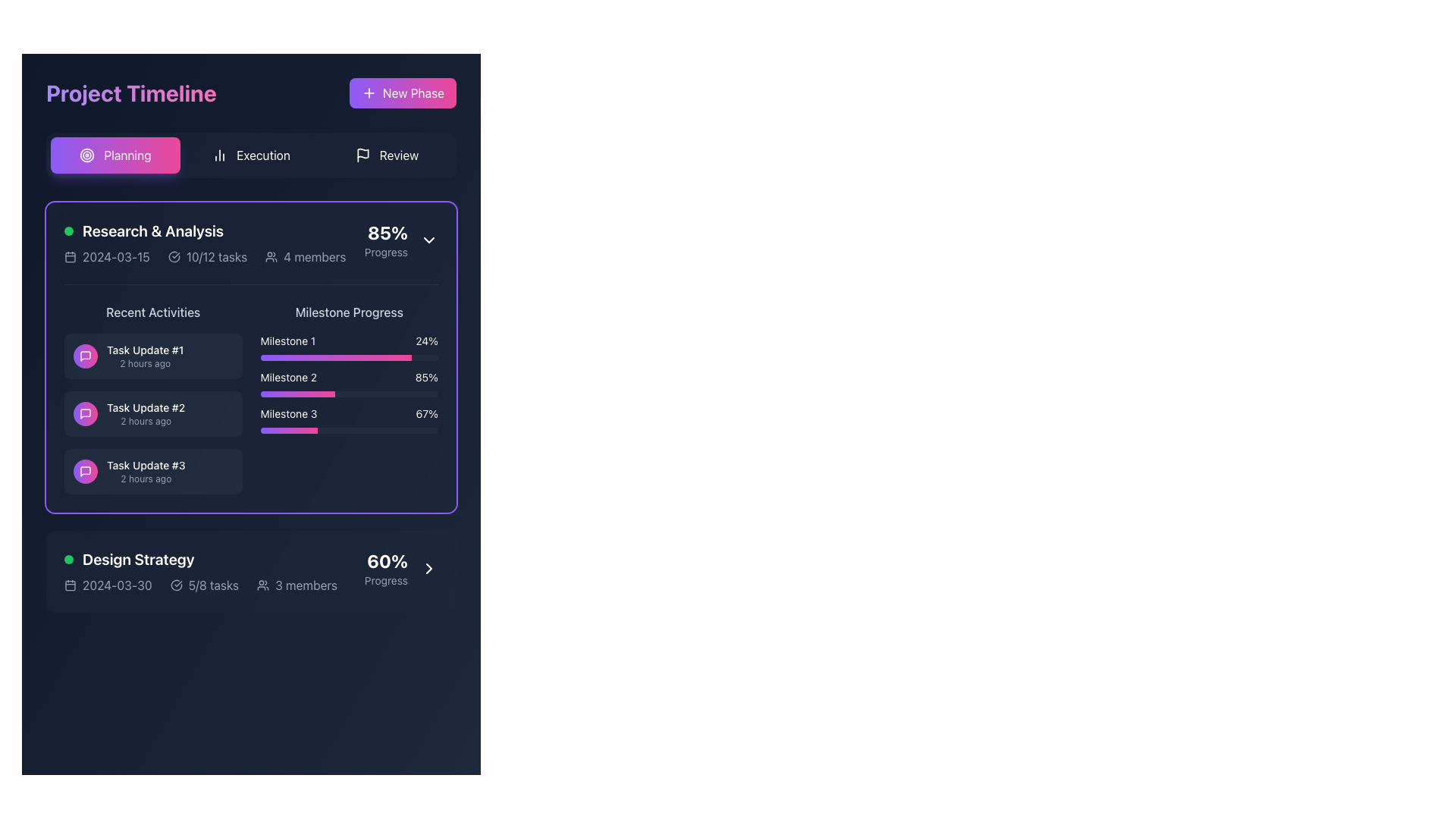 The height and width of the screenshot is (819, 1456). Describe the element at coordinates (116, 584) in the screenshot. I see `the Text label displaying the date related to the 'Design Strategy' section, which is located to the right of a calendar icon and above other textual details` at that location.